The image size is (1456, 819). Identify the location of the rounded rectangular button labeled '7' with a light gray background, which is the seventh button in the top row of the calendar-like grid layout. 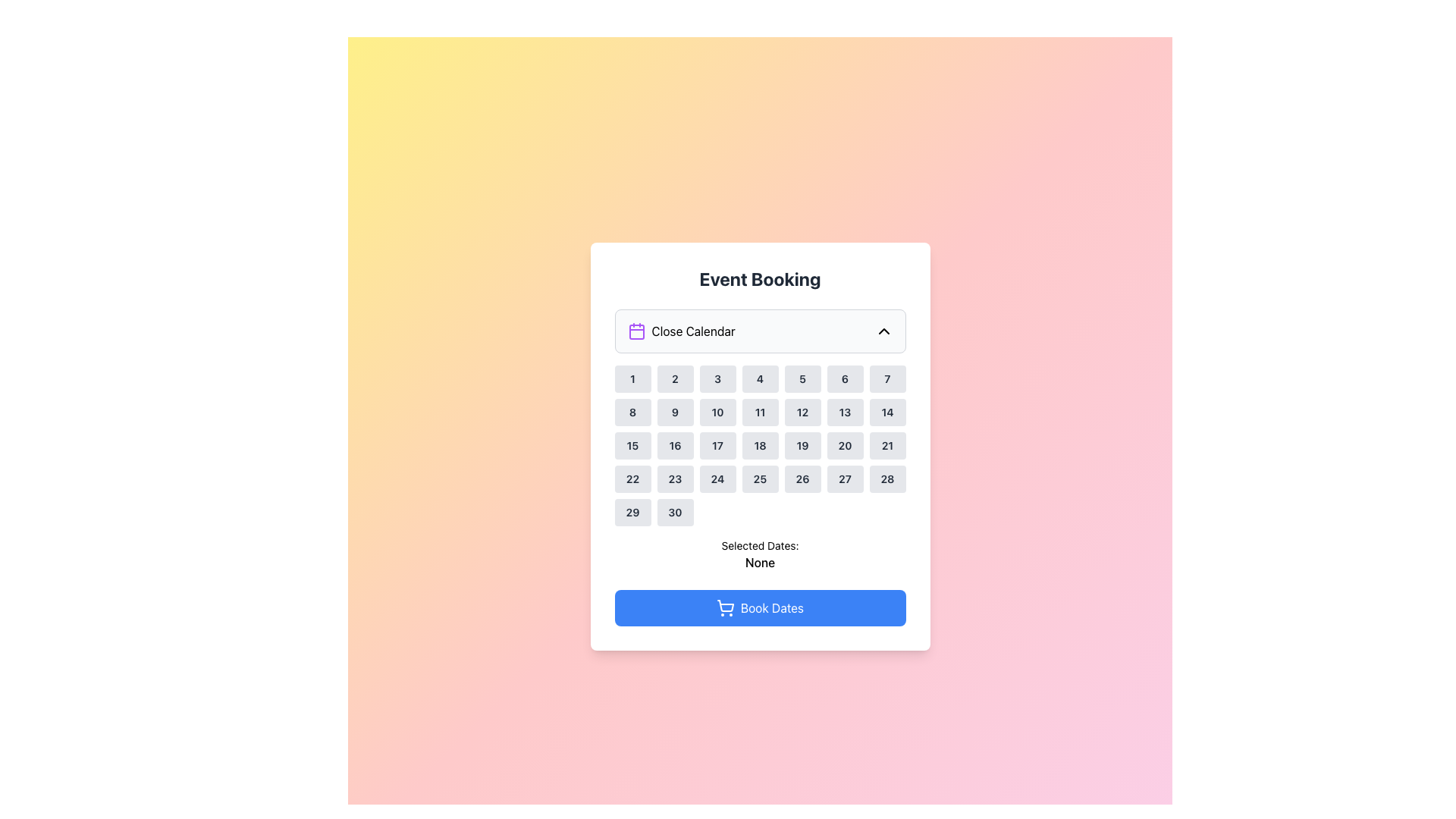
(887, 378).